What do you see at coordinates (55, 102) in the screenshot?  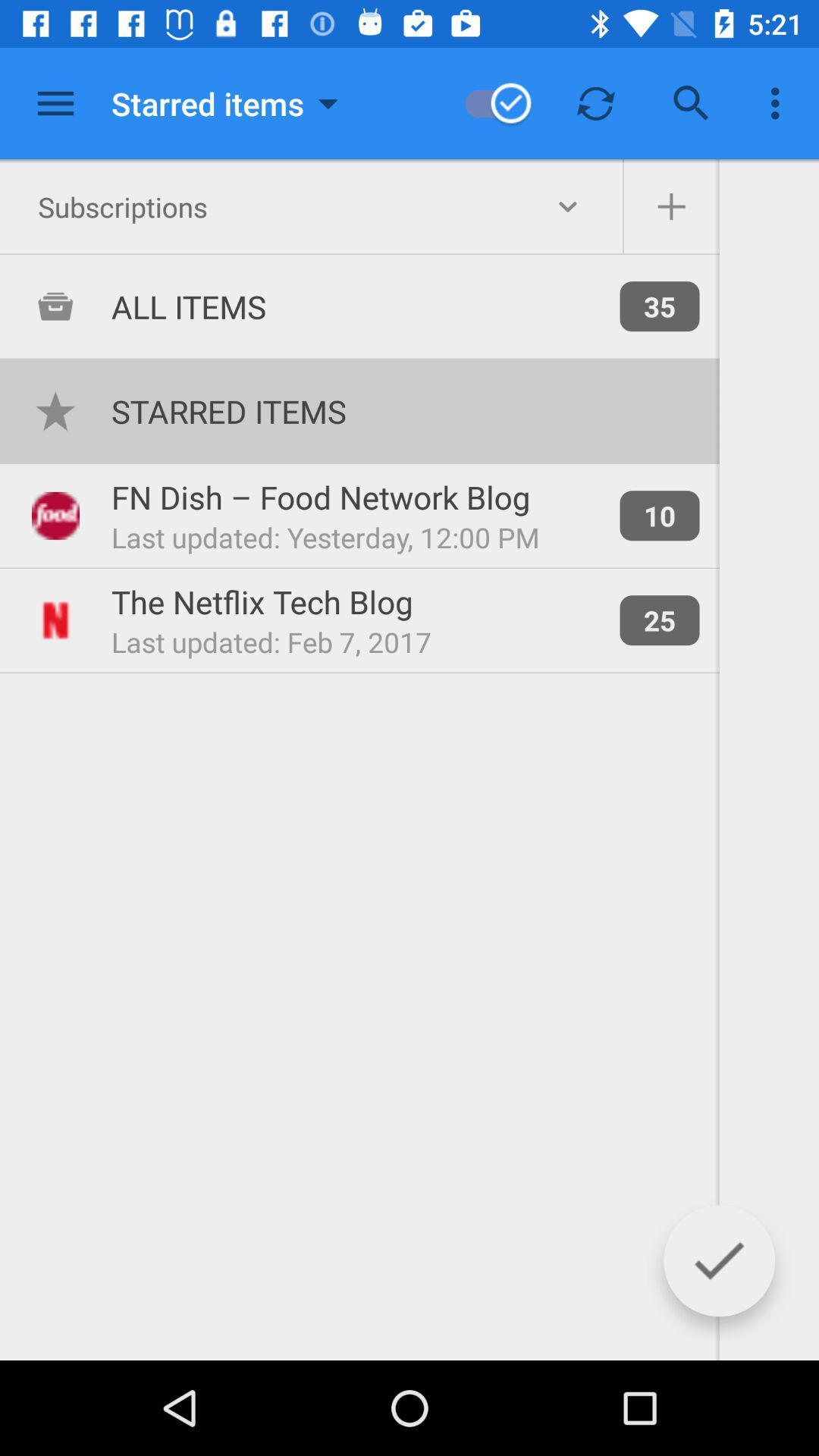 I see `advertisement` at bounding box center [55, 102].